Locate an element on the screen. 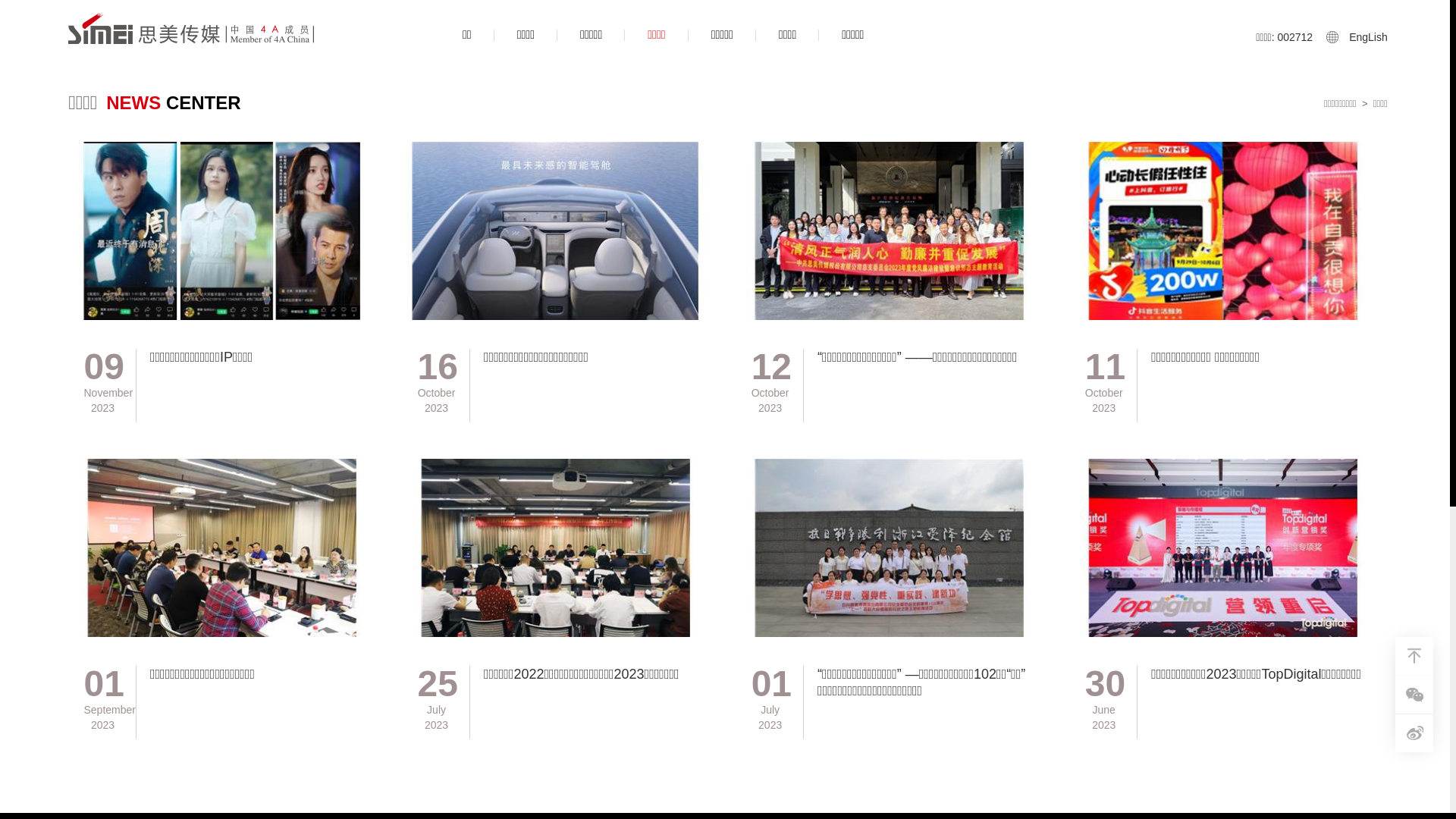  'EngLish' is located at coordinates (1349, 36).